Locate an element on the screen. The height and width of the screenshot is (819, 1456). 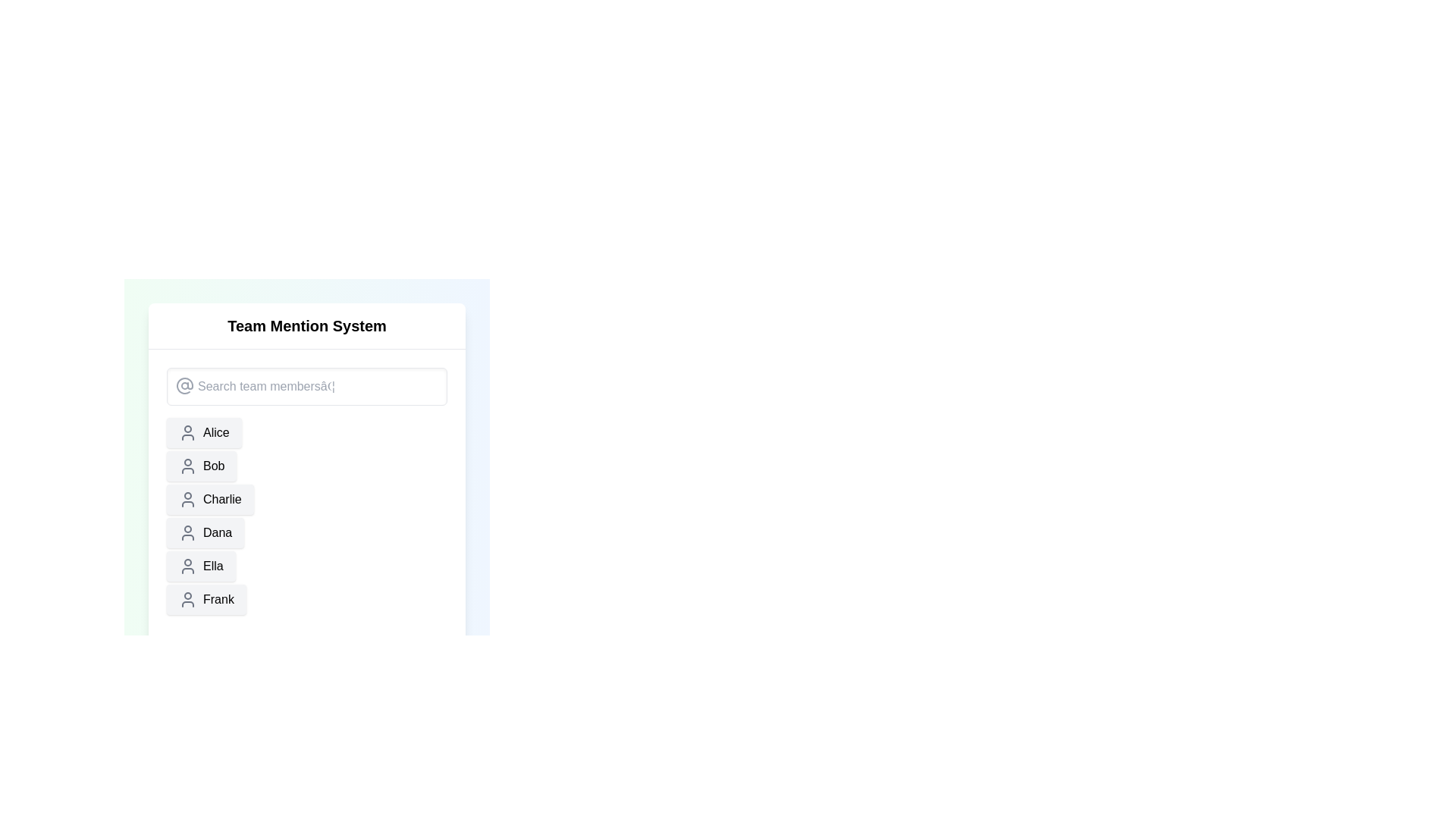
the text input field for 'Search team members...' to potentially display a tooltip is located at coordinates (306, 385).